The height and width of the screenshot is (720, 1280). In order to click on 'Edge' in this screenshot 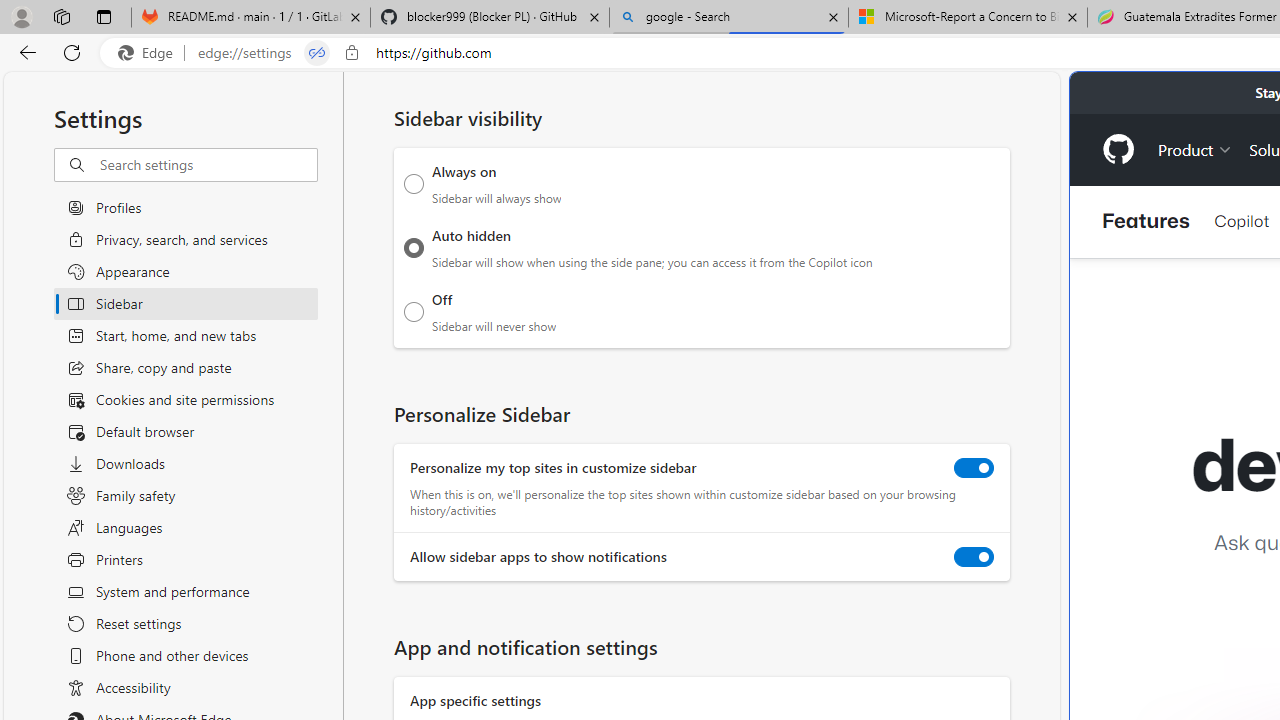, I will do `click(149, 52)`.